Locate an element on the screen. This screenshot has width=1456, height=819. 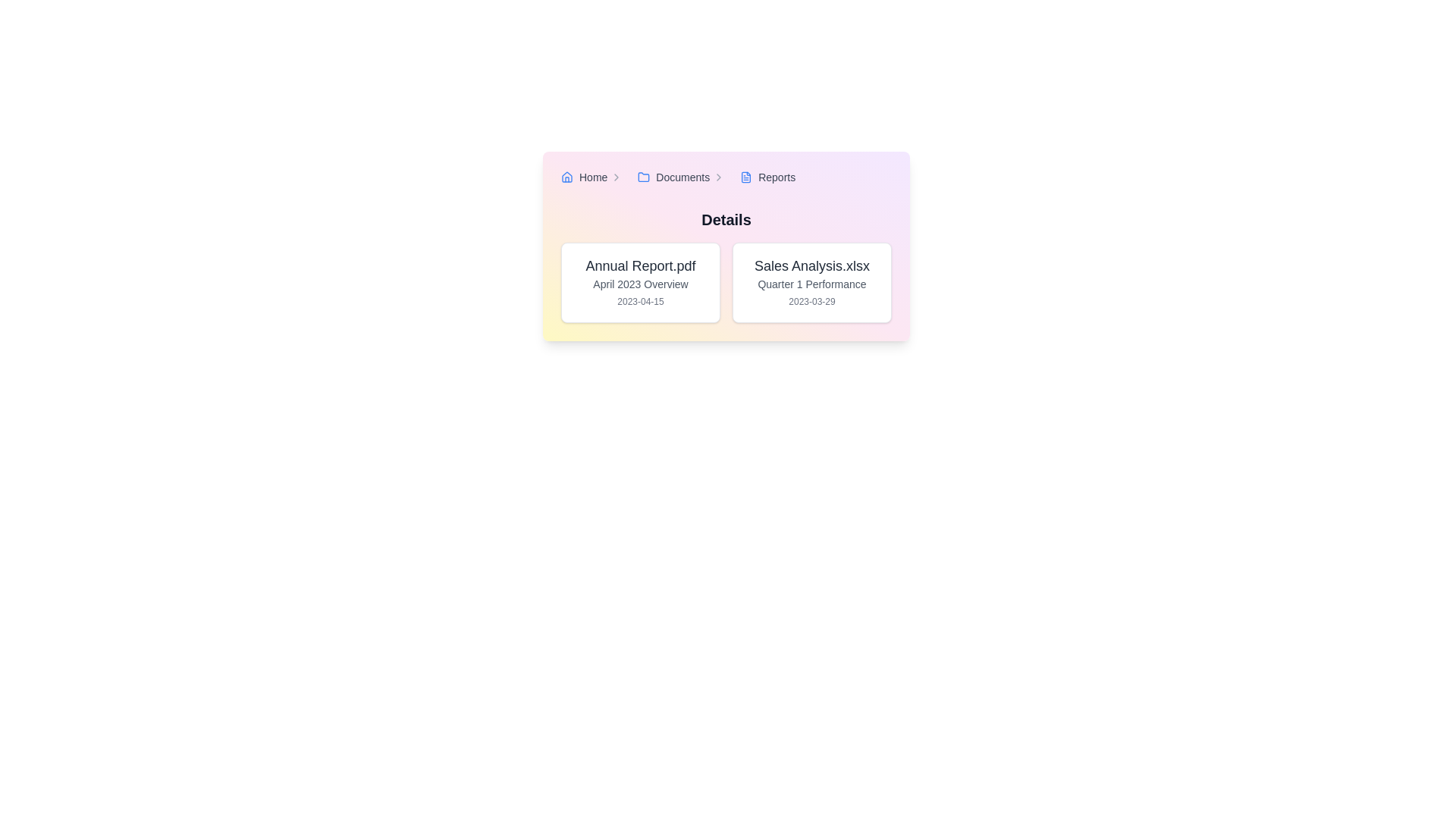
the static text label that serves as a date stamp for the 'Sales Analysis.xlsx' document, positioned beneath 'Quarter 1 Performance' within the card is located at coordinates (811, 301).